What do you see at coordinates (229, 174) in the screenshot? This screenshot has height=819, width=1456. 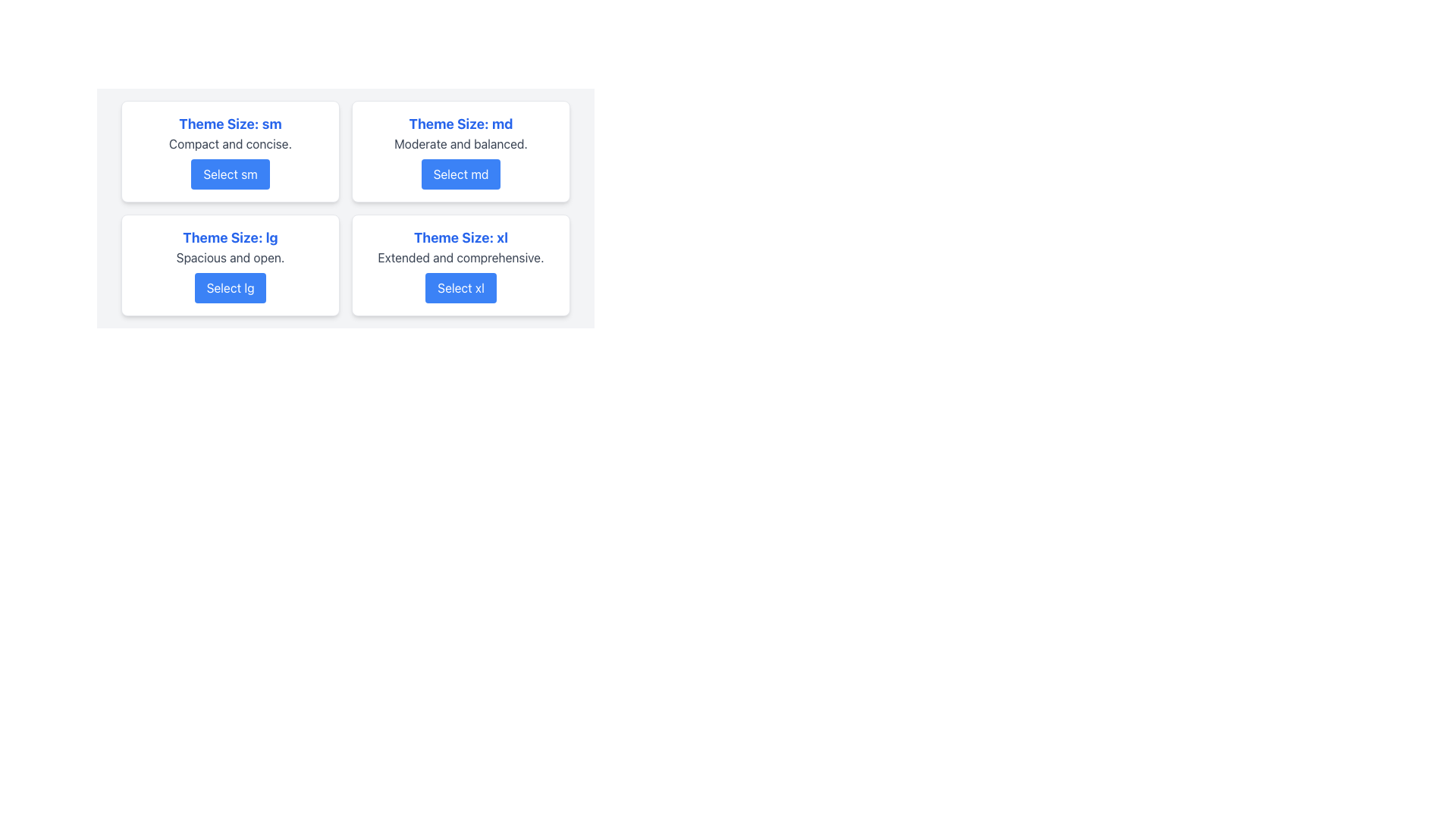 I see `the rectangular button with rounded edges and blue background labeled 'Select sm' to observe the color change effect` at bounding box center [229, 174].